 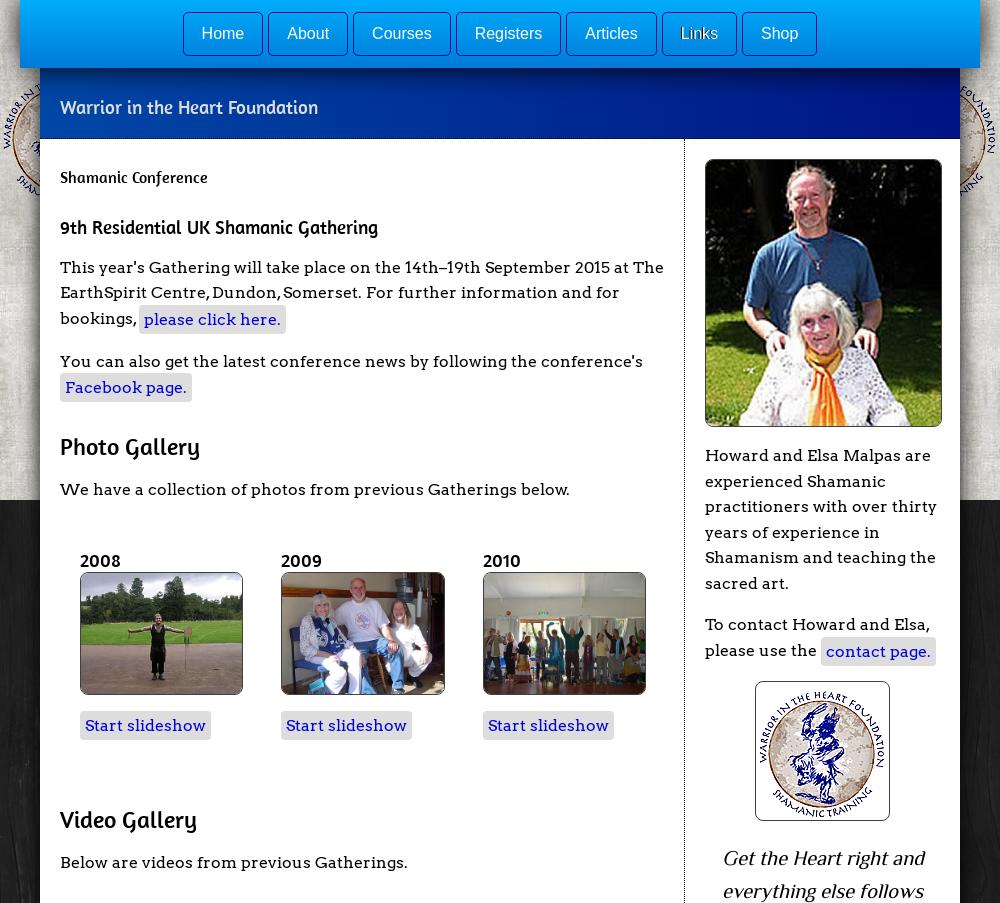 I want to click on 'We have a collection of photos from previous Gatherings below.', so click(x=314, y=488).